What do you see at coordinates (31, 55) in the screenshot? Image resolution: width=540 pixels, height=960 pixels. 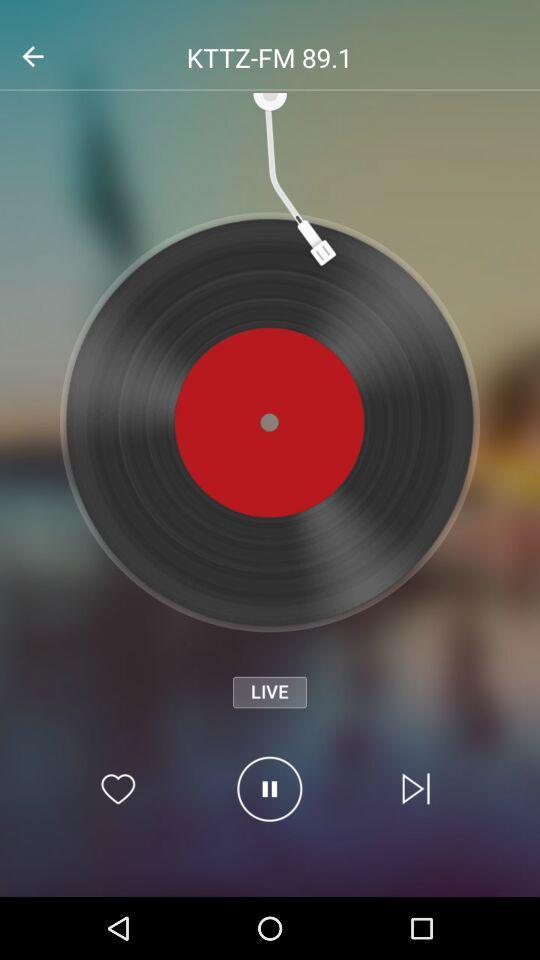 I see `the arrow_backward icon` at bounding box center [31, 55].